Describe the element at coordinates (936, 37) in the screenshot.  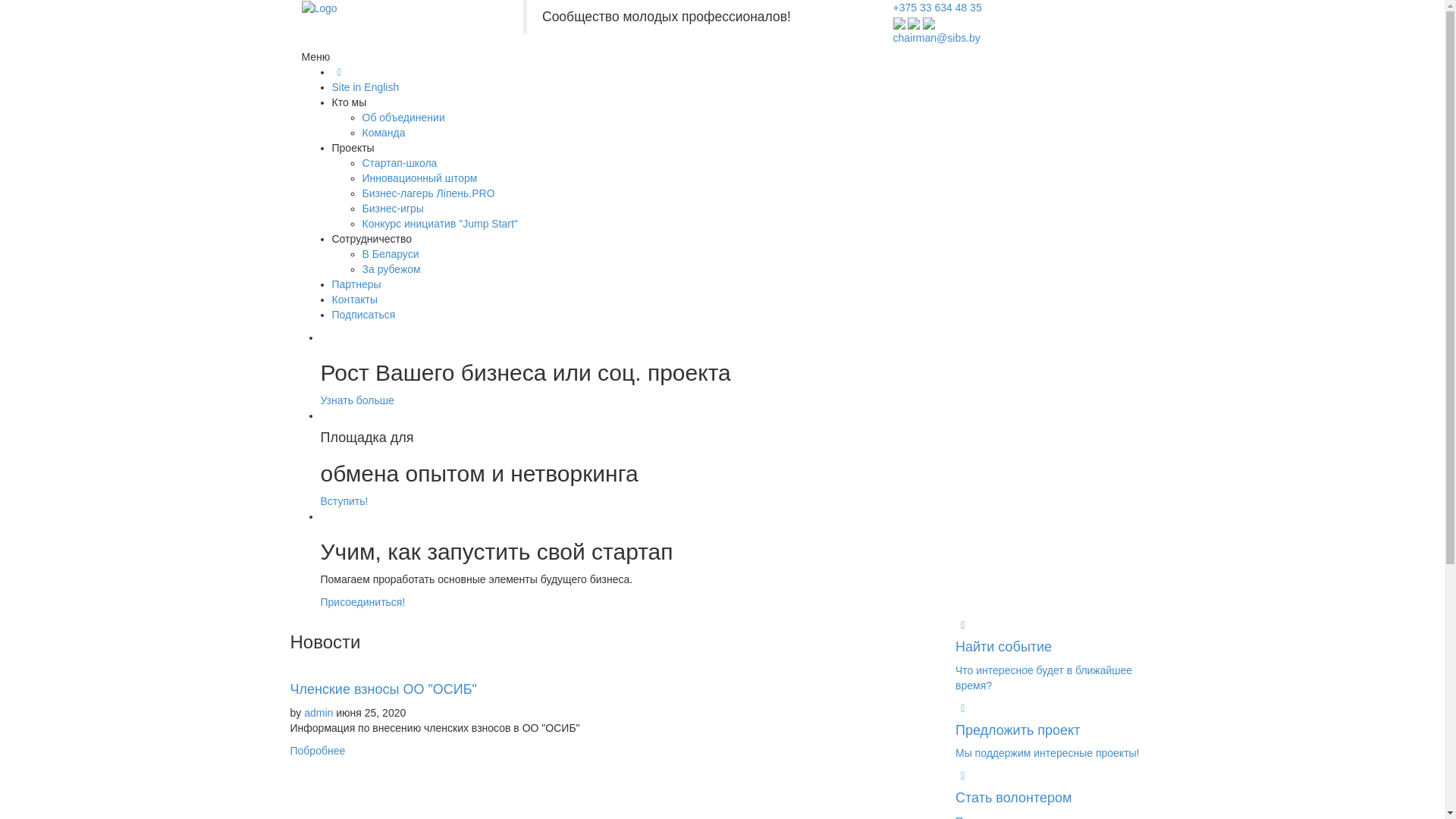
I see `'chairman@sibs.by'` at that location.